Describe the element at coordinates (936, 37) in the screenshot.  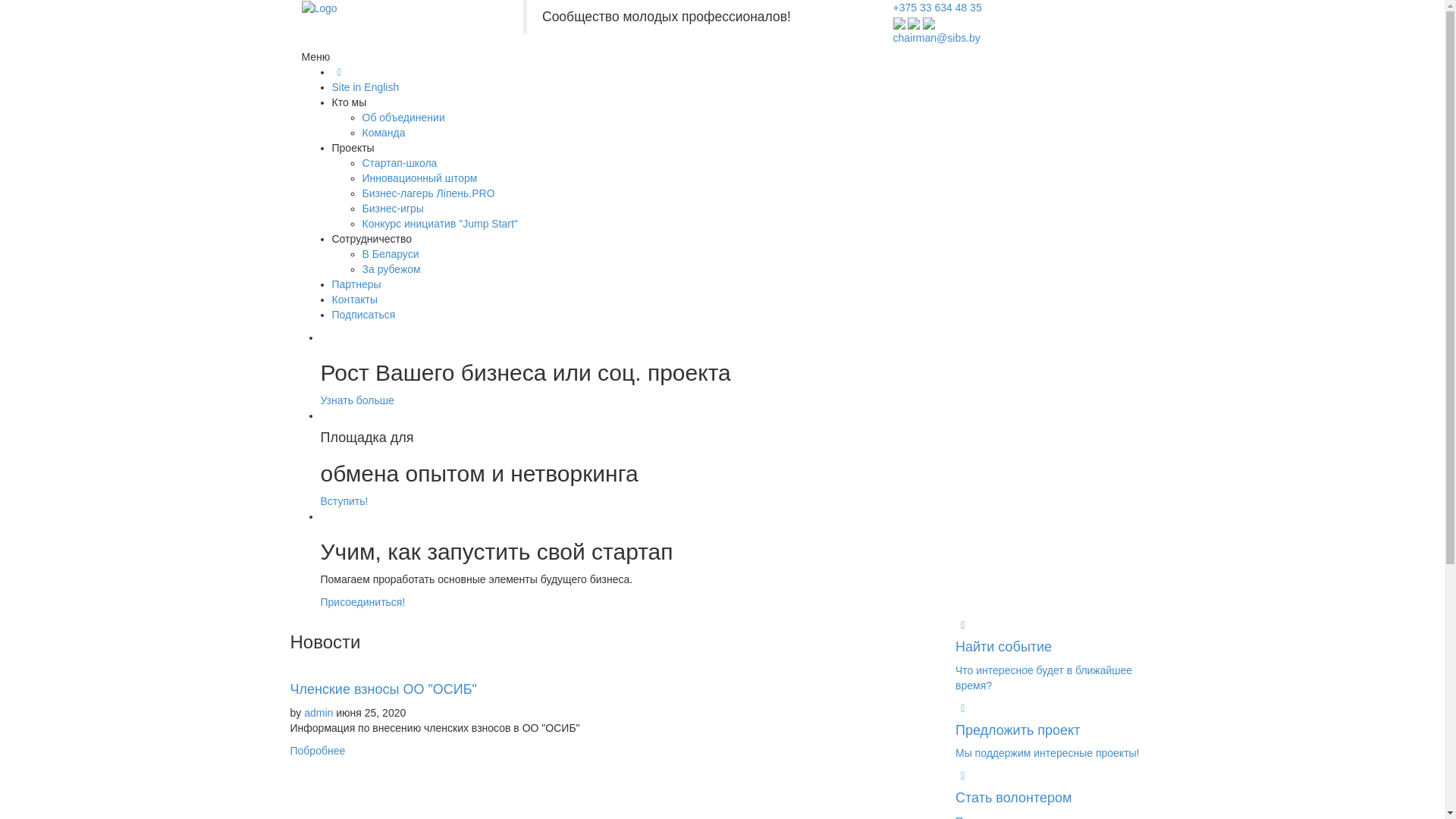
I see `'chairman@sibs.by'` at that location.